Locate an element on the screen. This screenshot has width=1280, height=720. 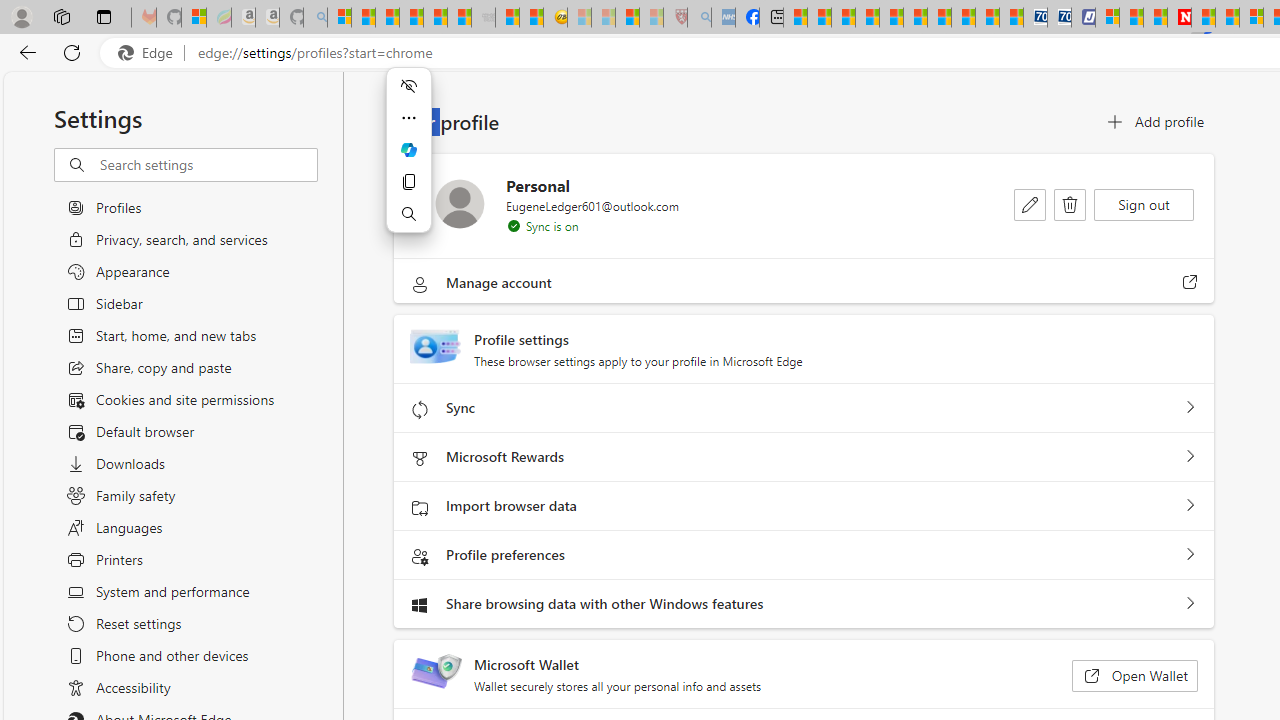
'Mini menu on text selection' is located at coordinates (407, 161).